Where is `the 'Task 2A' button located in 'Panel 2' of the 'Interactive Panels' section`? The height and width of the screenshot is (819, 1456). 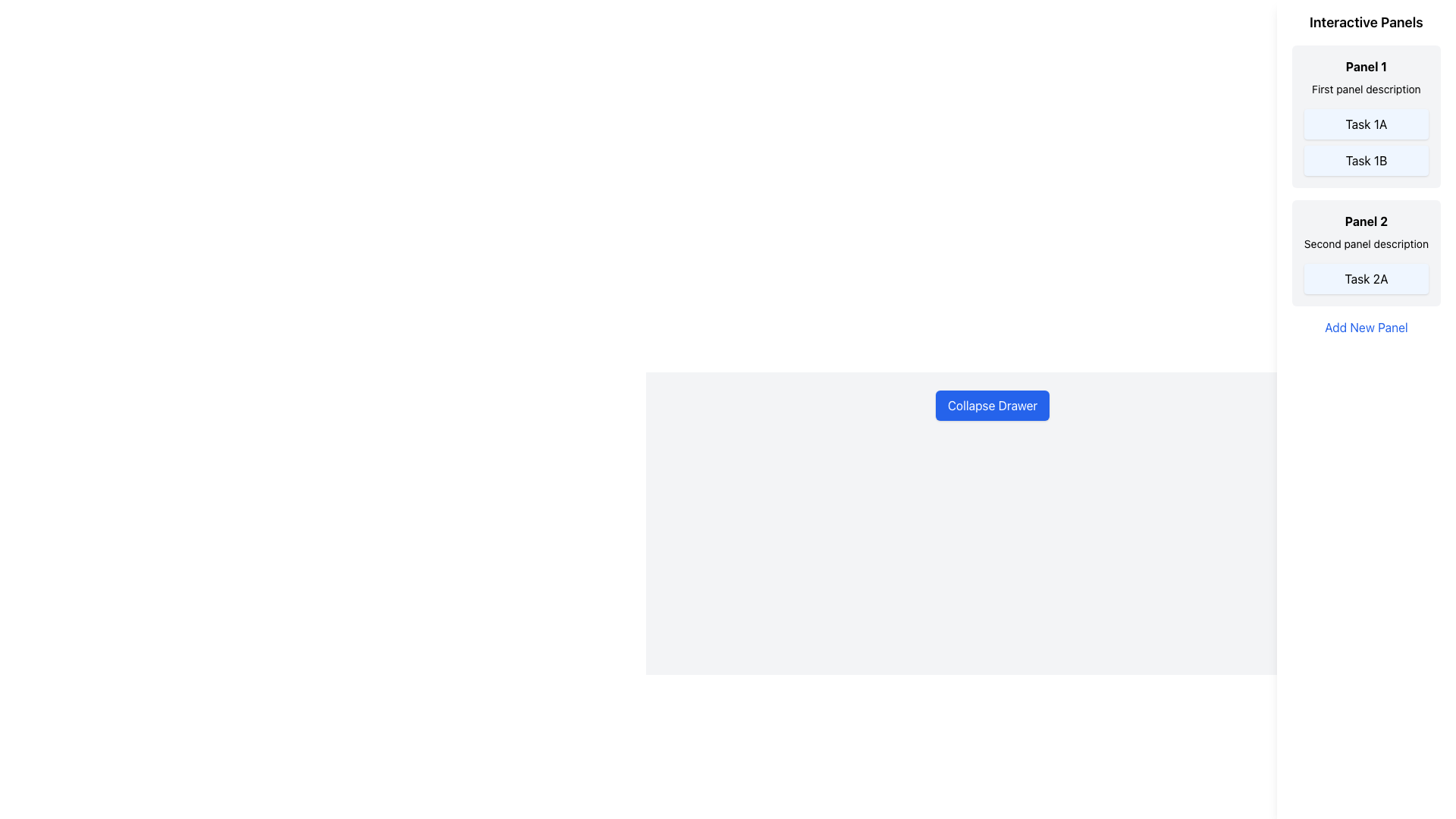 the 'Task 2A' button located in 'Panel 2' of the 'Interactive Panels' section is located at coordinates (1366, 278).